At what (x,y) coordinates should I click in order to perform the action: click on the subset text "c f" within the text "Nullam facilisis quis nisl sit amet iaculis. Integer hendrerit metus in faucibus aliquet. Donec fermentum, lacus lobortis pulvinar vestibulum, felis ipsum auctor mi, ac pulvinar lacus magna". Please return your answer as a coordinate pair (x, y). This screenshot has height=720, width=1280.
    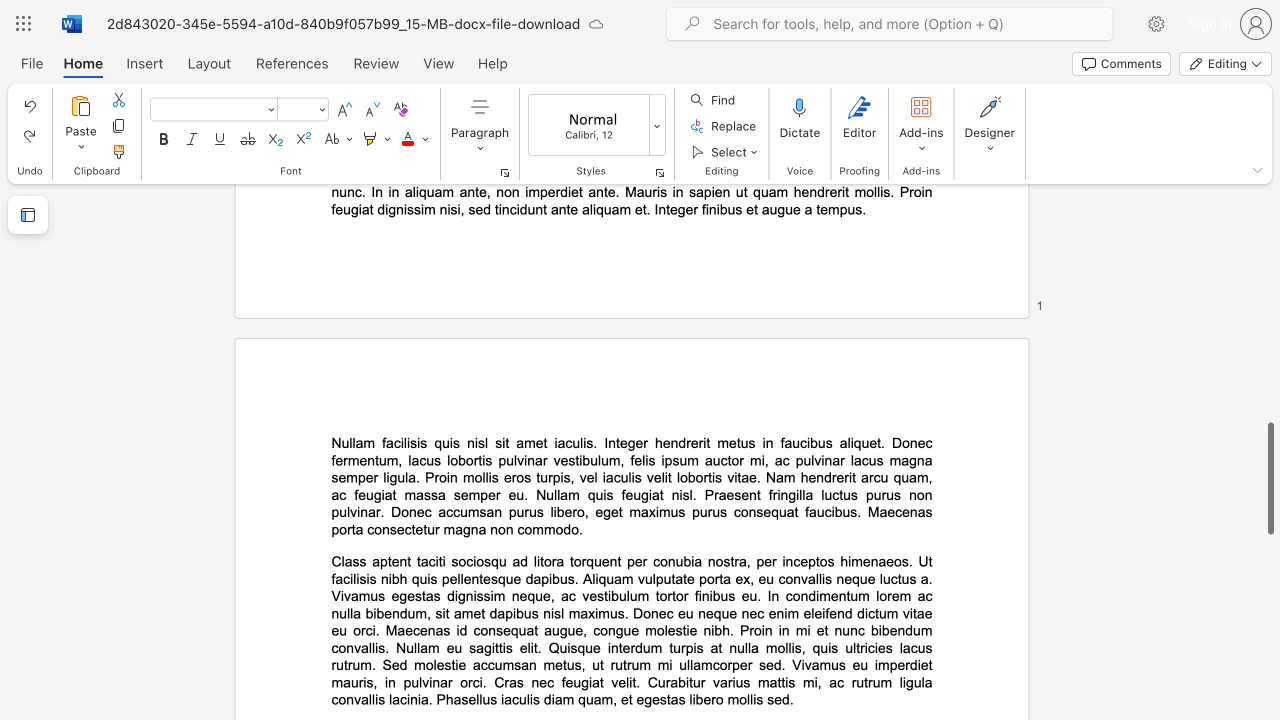
    Looking at the image, I should click on (924, 442).